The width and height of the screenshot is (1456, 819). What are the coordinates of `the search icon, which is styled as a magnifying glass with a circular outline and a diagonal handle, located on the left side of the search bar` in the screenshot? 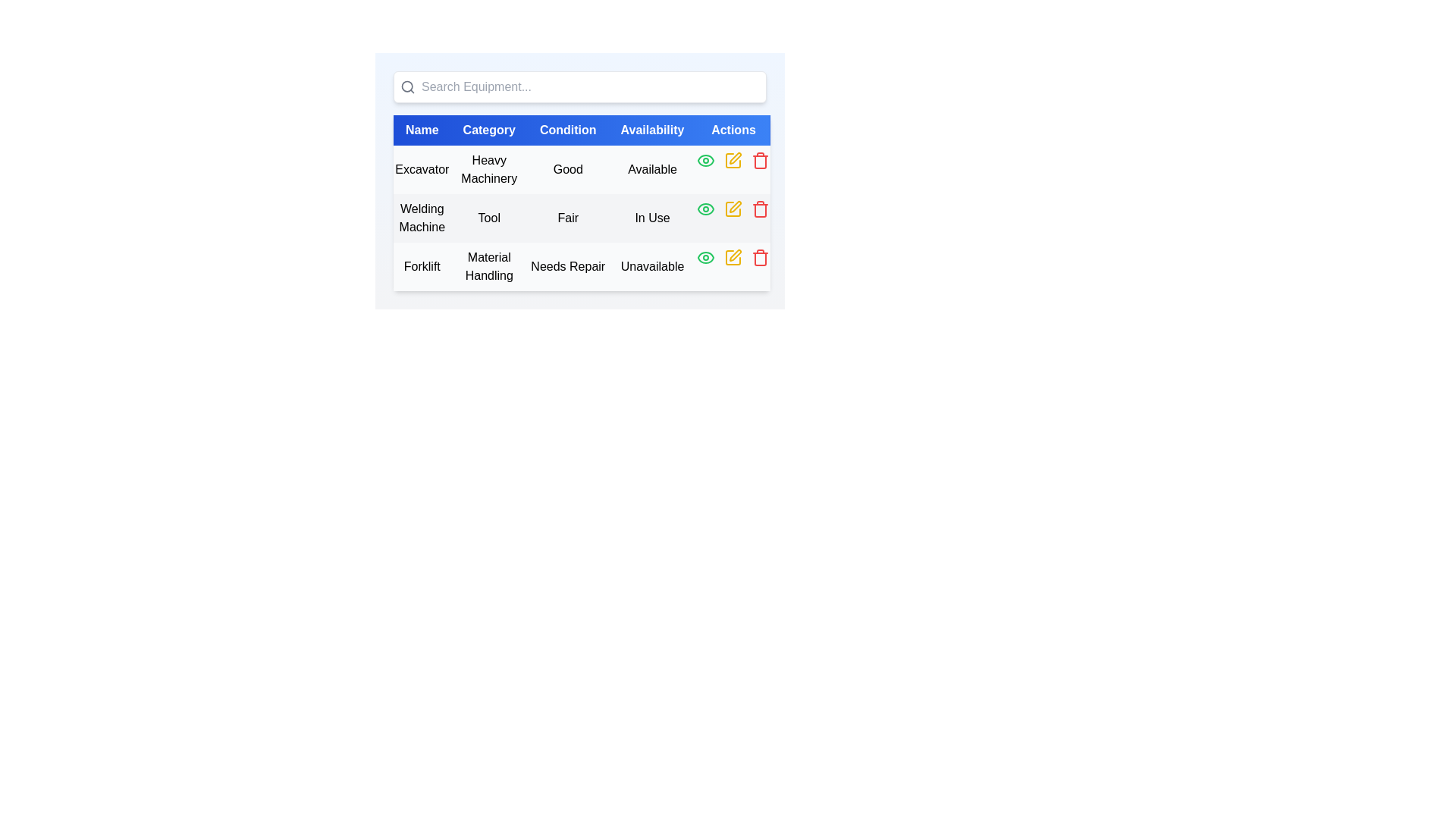 It's located at (407, 87).